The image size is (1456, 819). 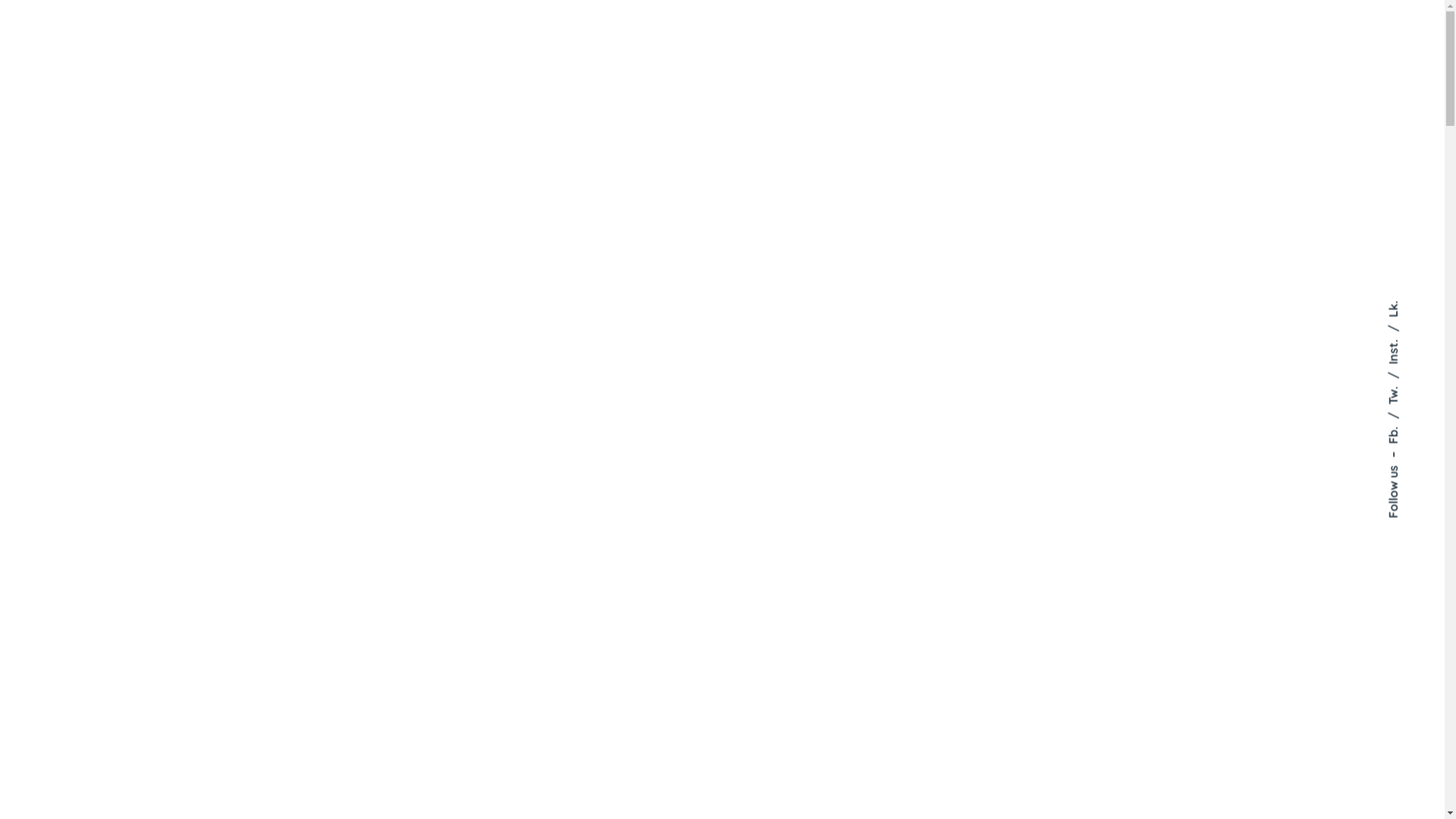 I want to click on 'Tw.', so click(x=1401, y=378).